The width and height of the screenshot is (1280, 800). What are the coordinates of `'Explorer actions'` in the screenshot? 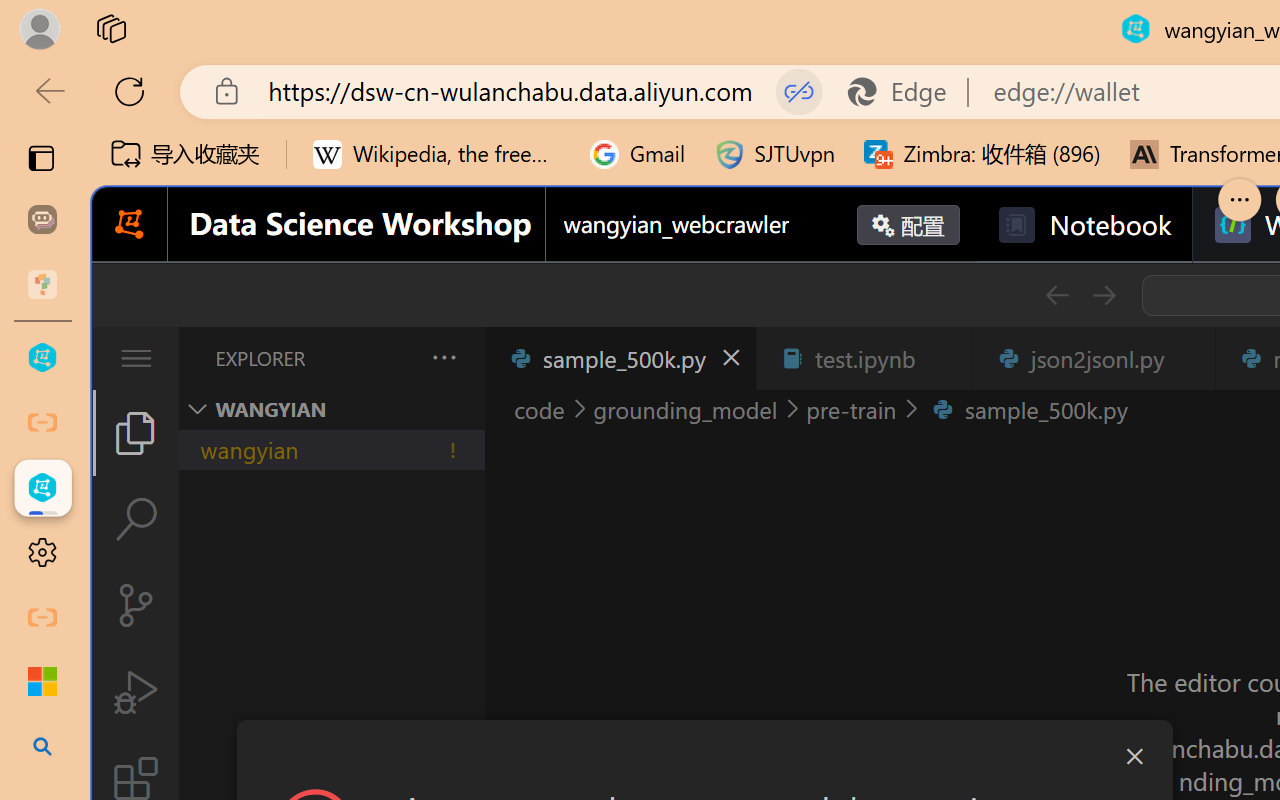 It's located at (391, 358).